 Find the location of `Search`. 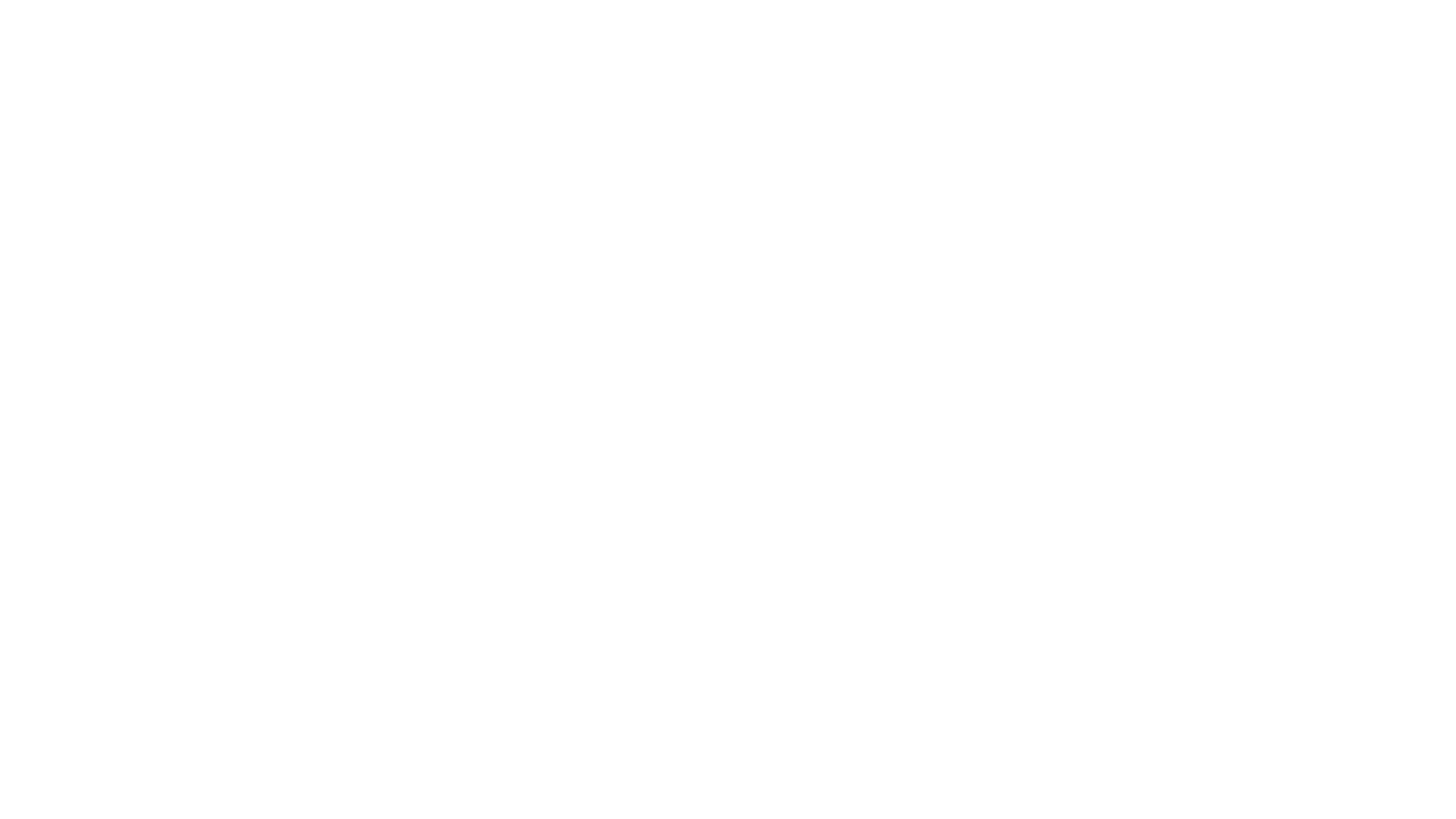

Search is located at coordinates (1149, 67).